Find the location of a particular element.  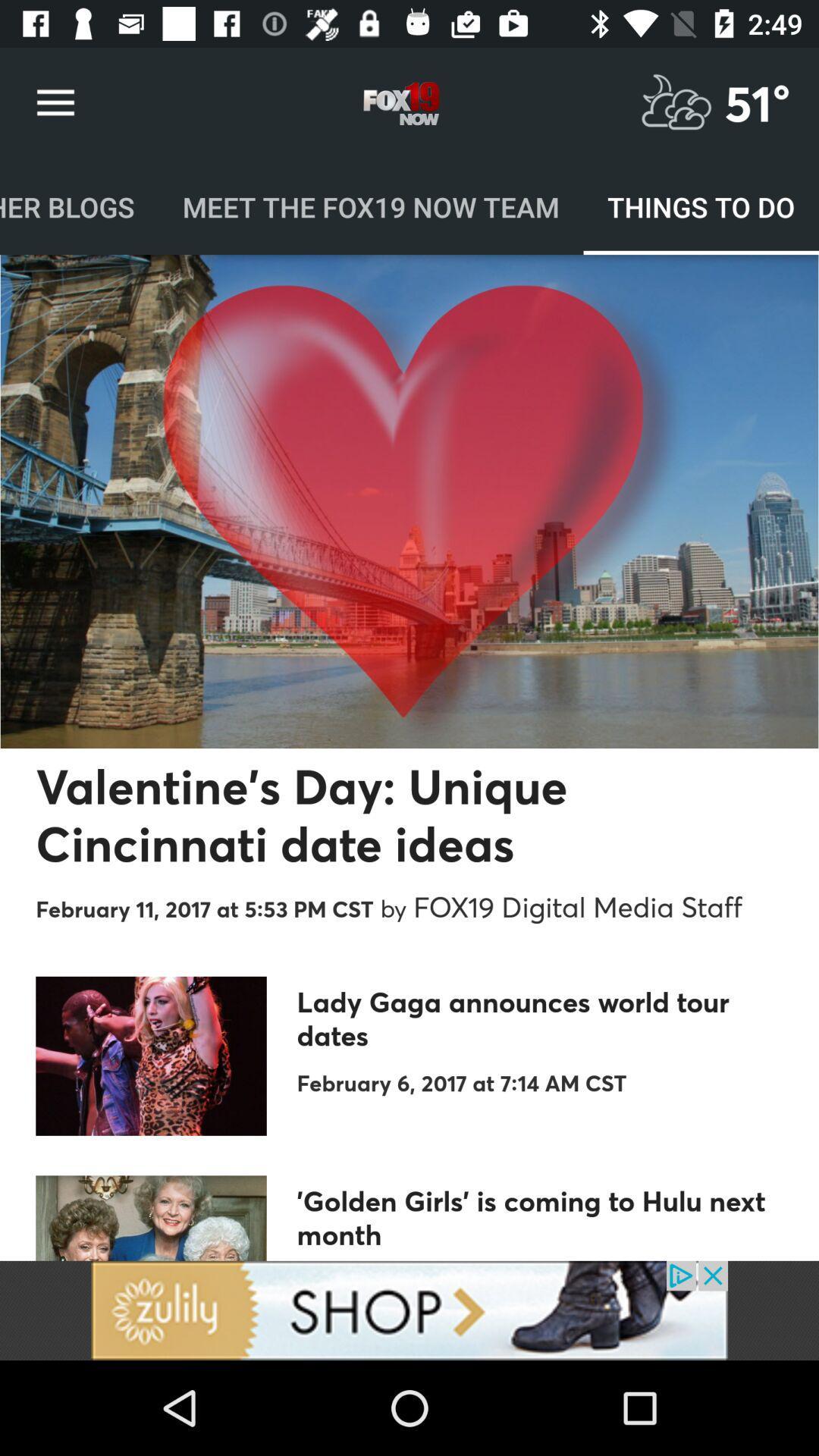

current conditions is located at coordinates (676, 102).